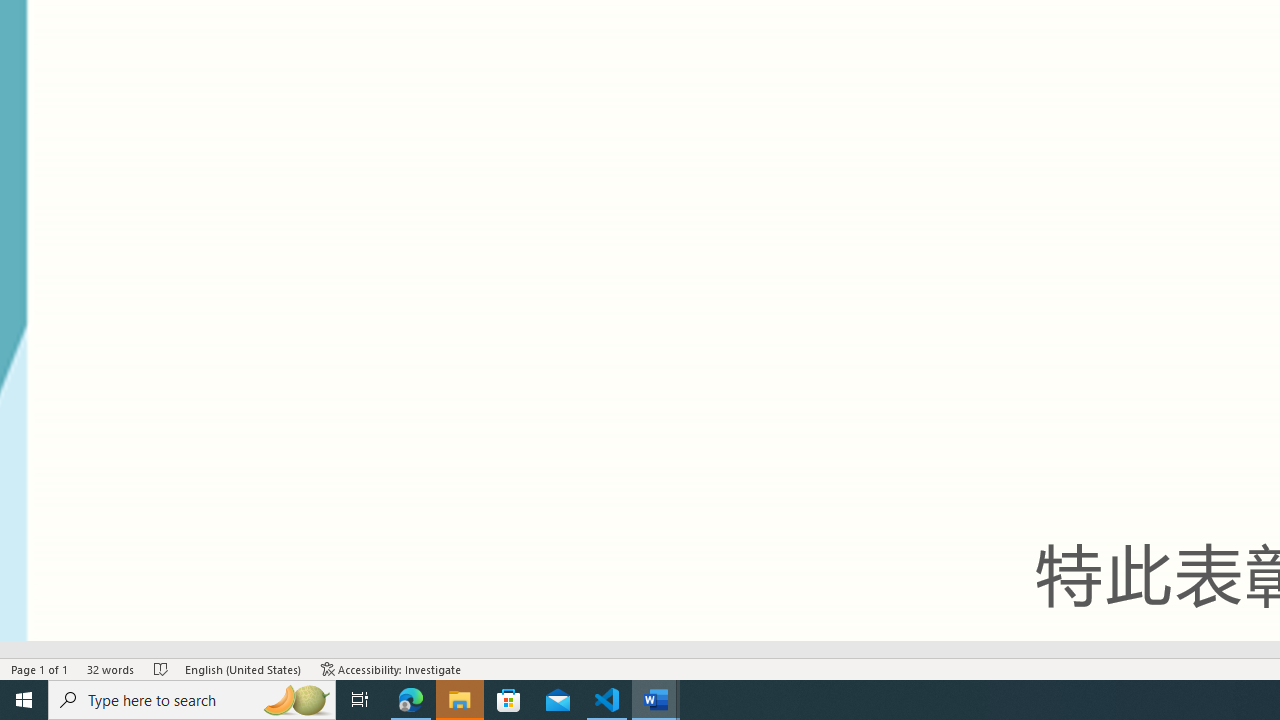  What do you see at coordinates (161, 669) in the screenshot?
I see `'Spelling and Grammar Check No Errors'` at bounding box center [161, 669].